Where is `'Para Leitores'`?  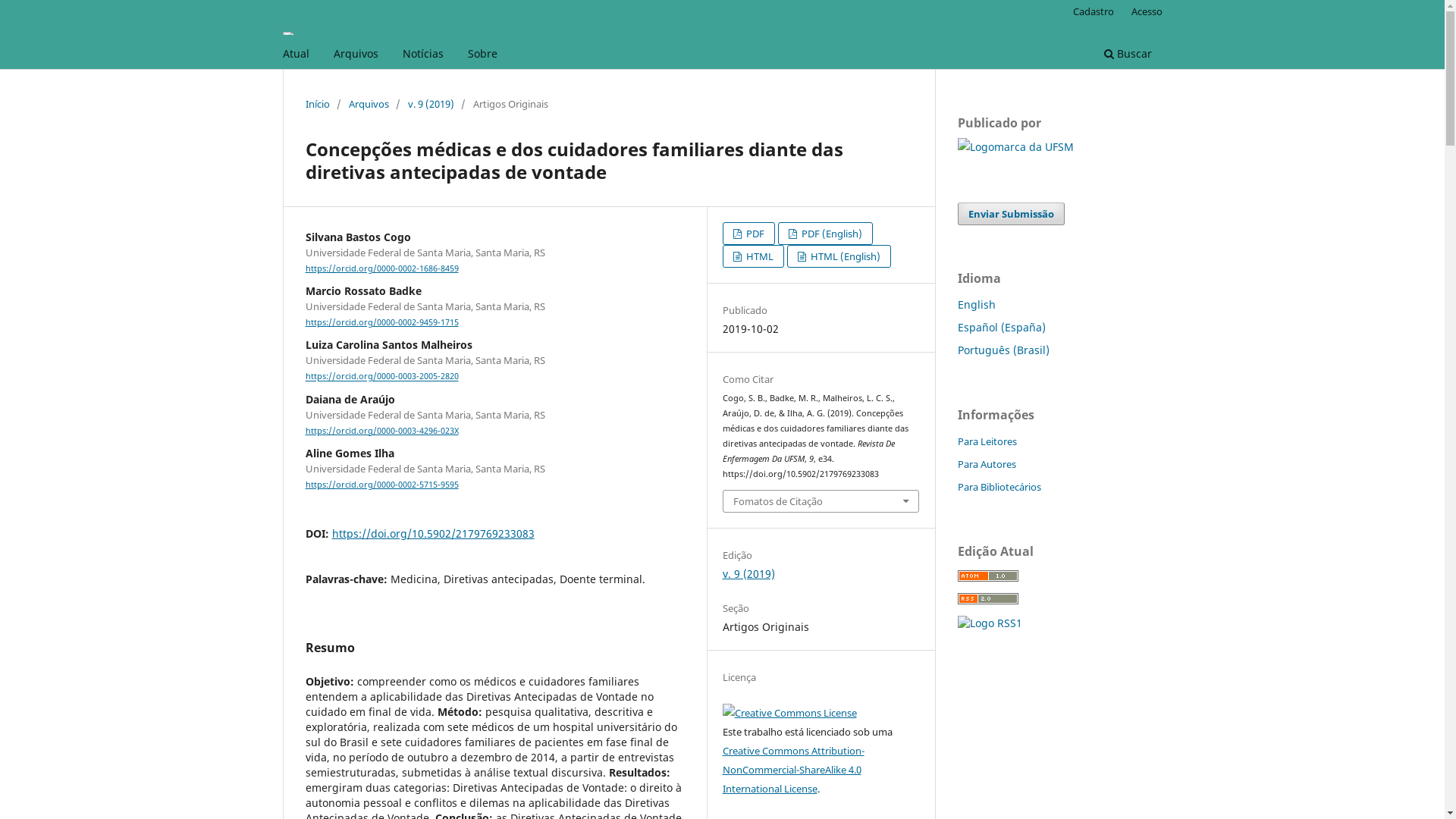
'Para Leitores' is located at coordinates (986, 441).